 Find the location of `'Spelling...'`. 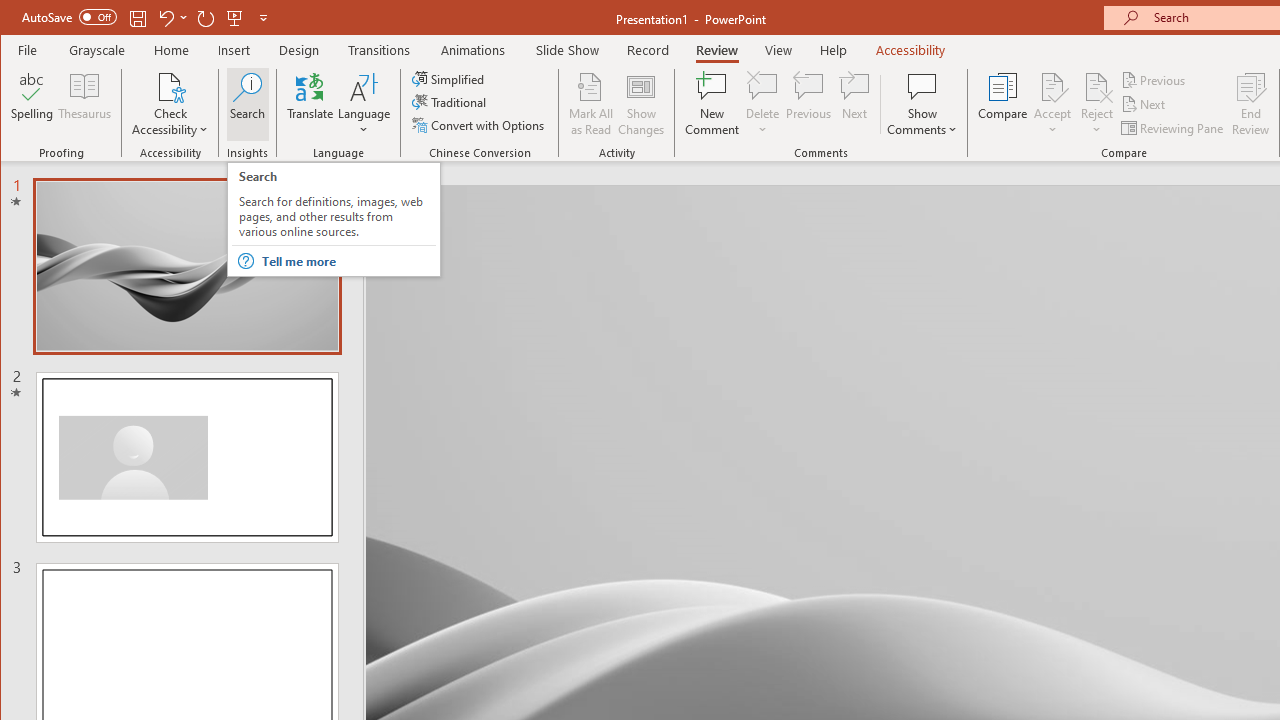

'Spelling...' is located at coordinates (32, 104).